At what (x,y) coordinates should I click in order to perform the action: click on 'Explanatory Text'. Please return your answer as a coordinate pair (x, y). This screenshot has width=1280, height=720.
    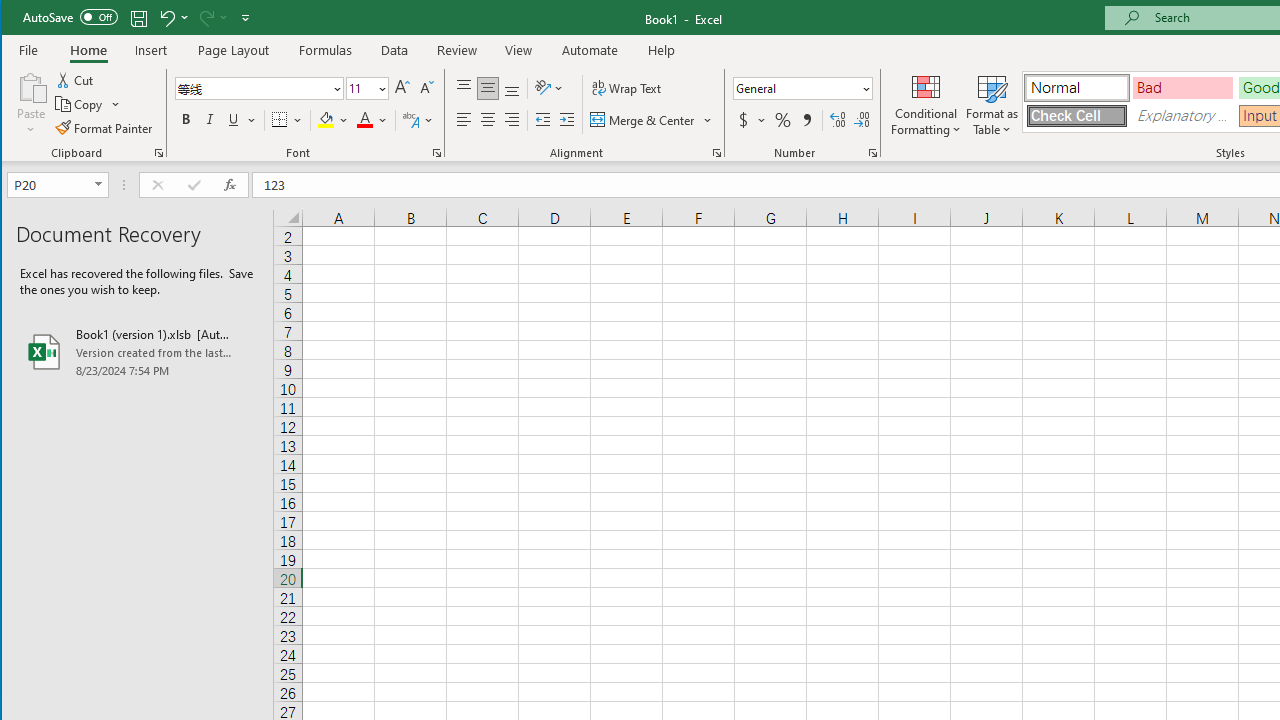
    Looking at the image, I should click on (1183, 116).